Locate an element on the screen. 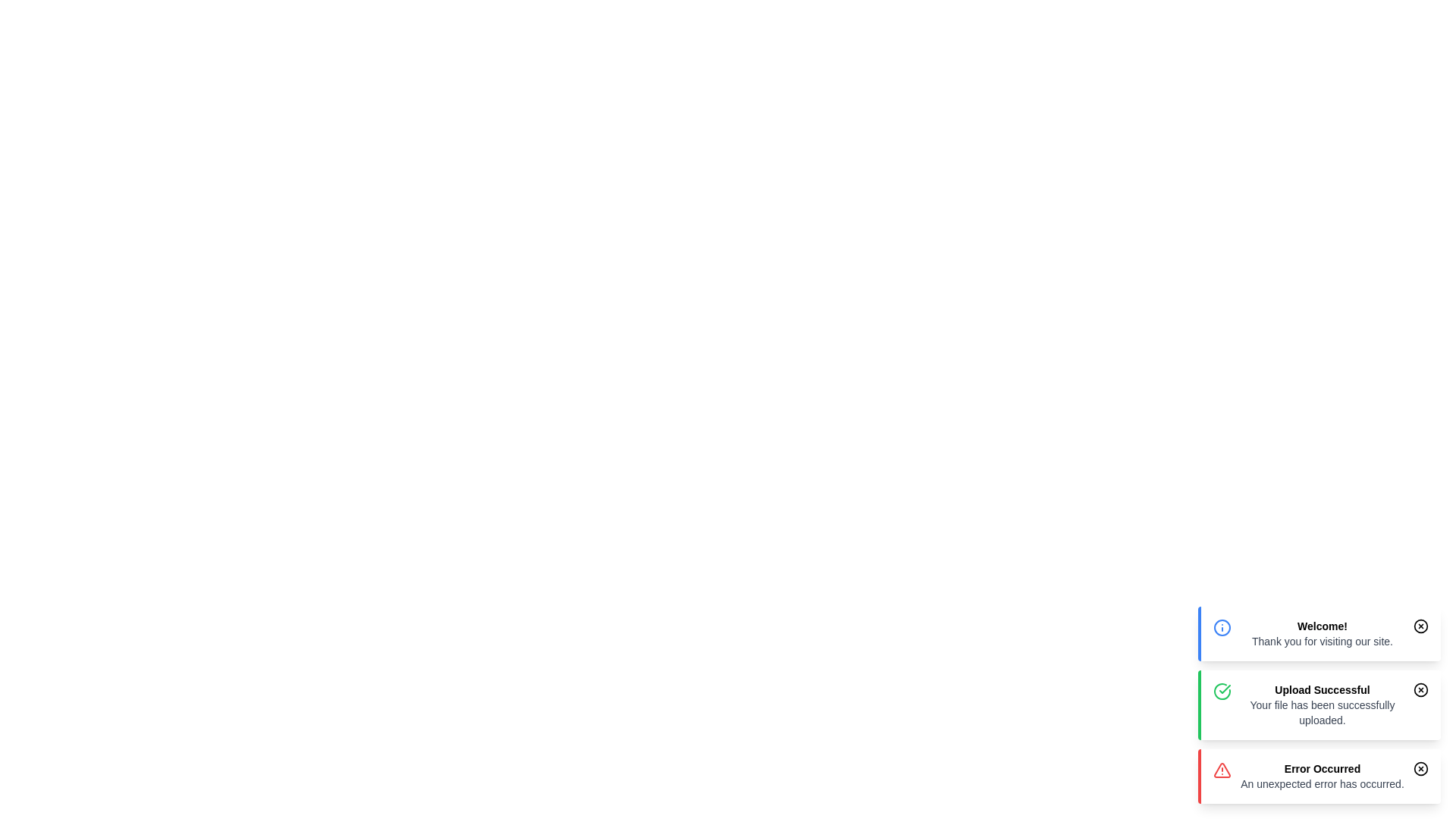  the text element displaying 'Welcome!' is located at coordinates (1321, 626).